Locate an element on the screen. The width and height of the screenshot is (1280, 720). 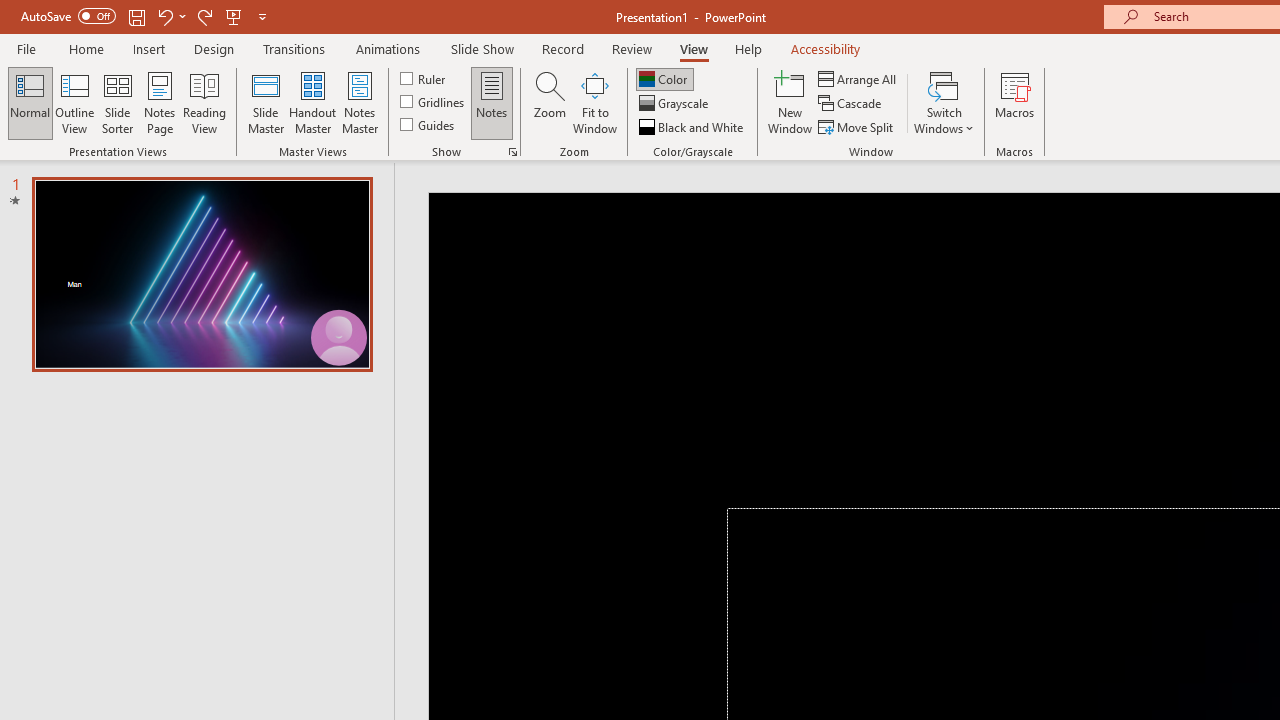
'Cascade' is located at coordinates (851, 103).